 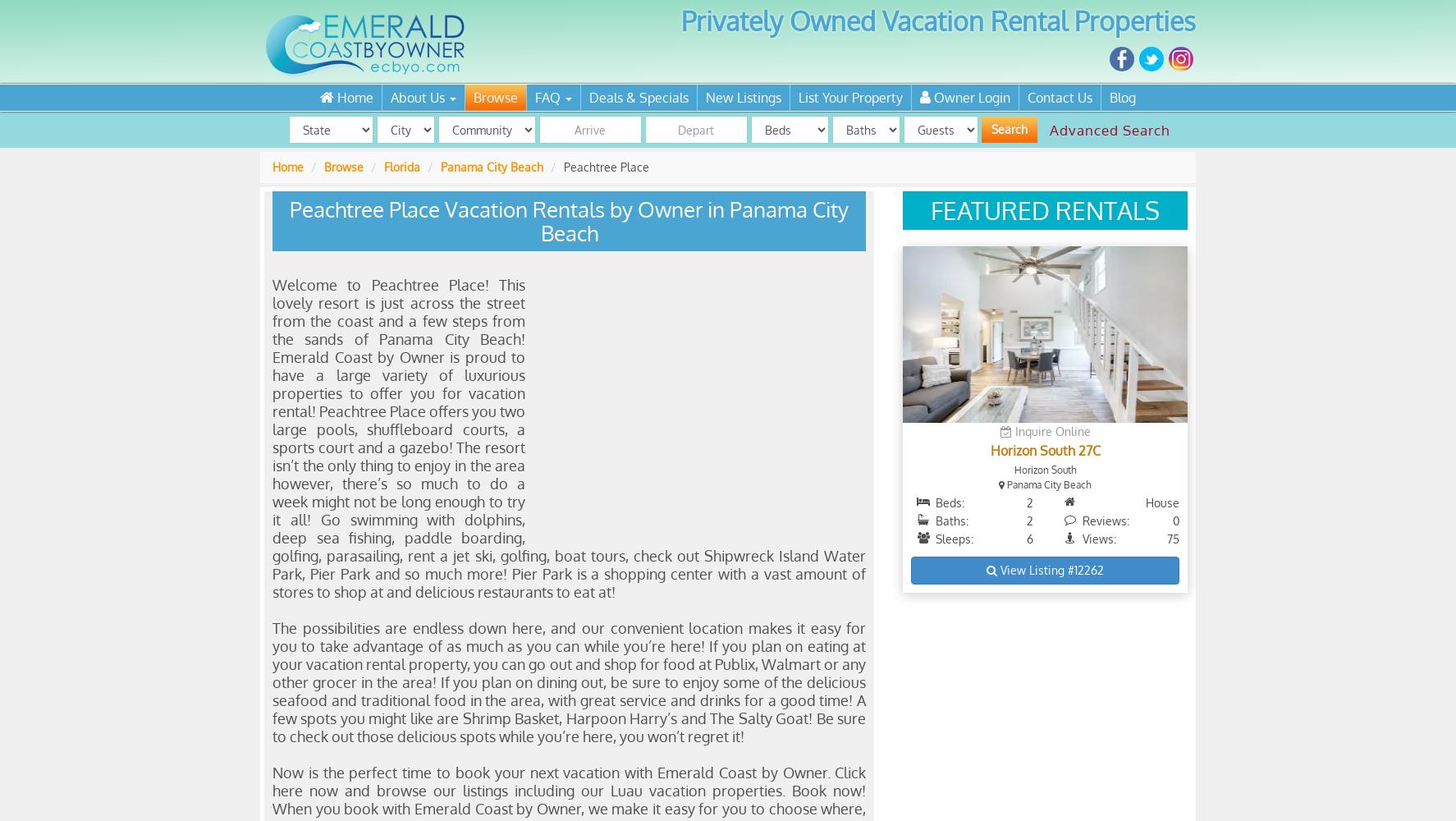 I want to click on 'Contact Us', so click(x=1059, y=97).